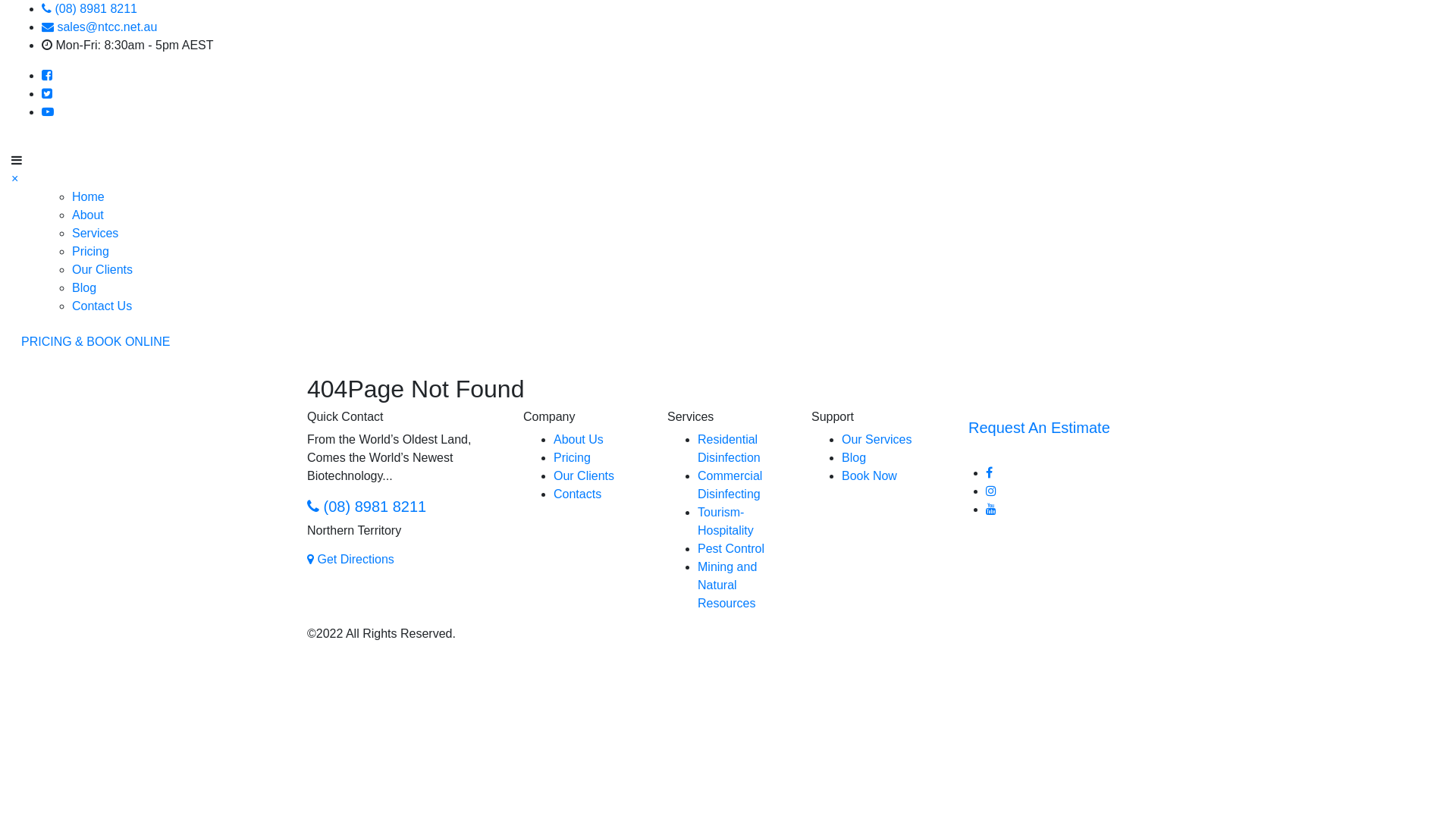  I want to click on '(08) 8981 8211', so click(306, 506).